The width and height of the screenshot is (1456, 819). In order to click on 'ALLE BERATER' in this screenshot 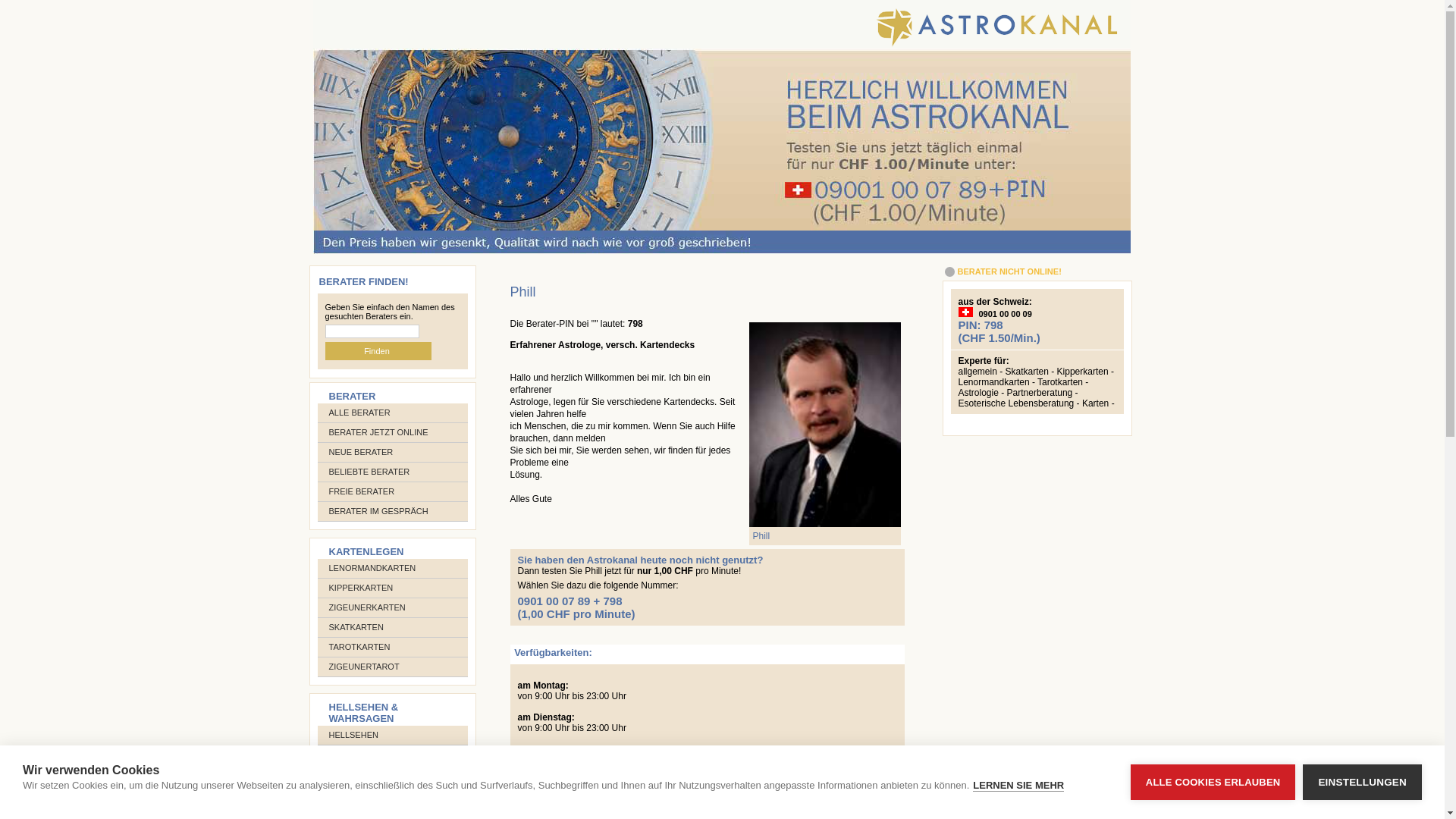, I will do `click(359, 412)`.